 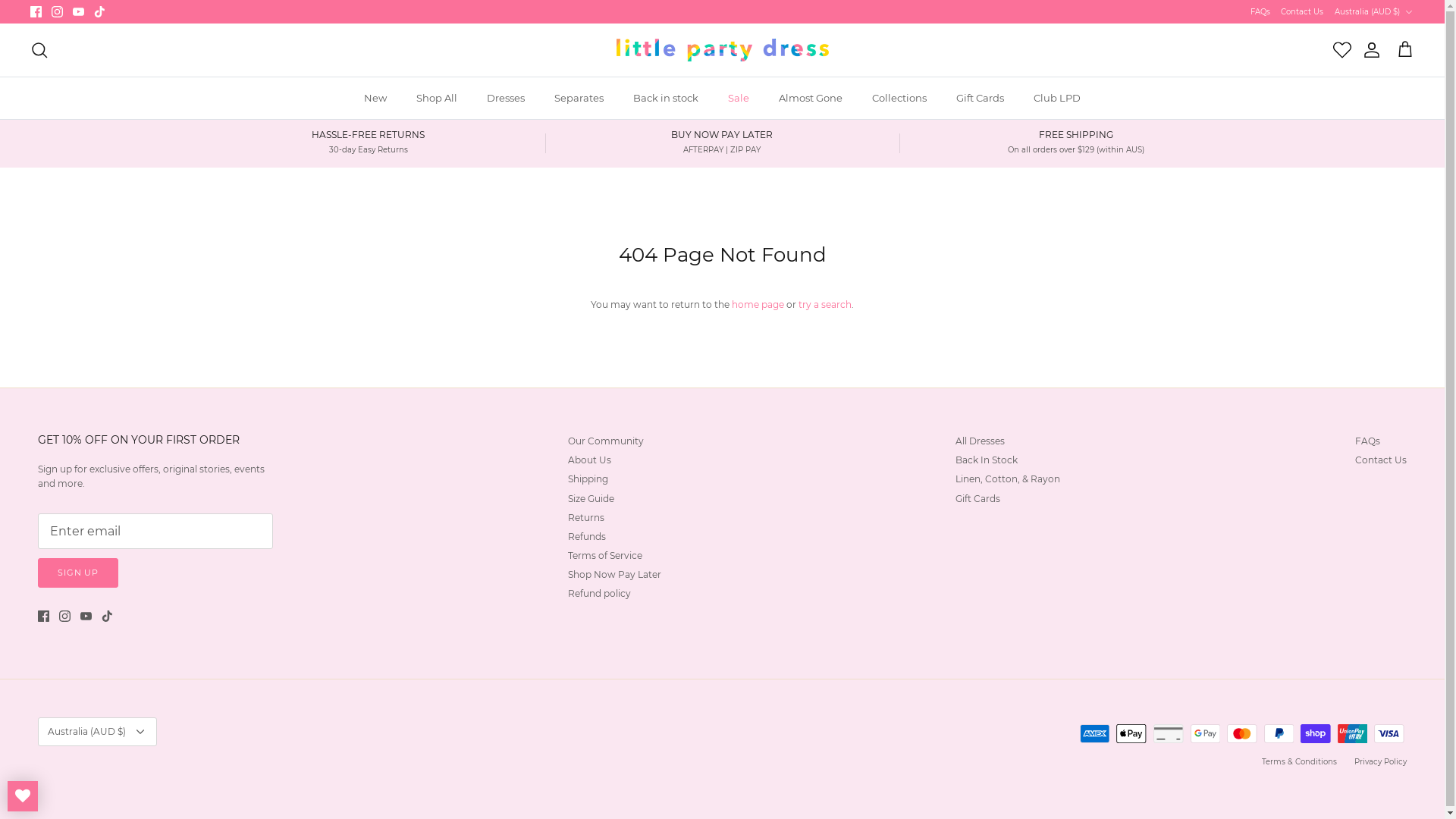 What do you see at coordinates (39, 49) in the screenshot?
I see `'Search'` at bounding box center [39, 49].